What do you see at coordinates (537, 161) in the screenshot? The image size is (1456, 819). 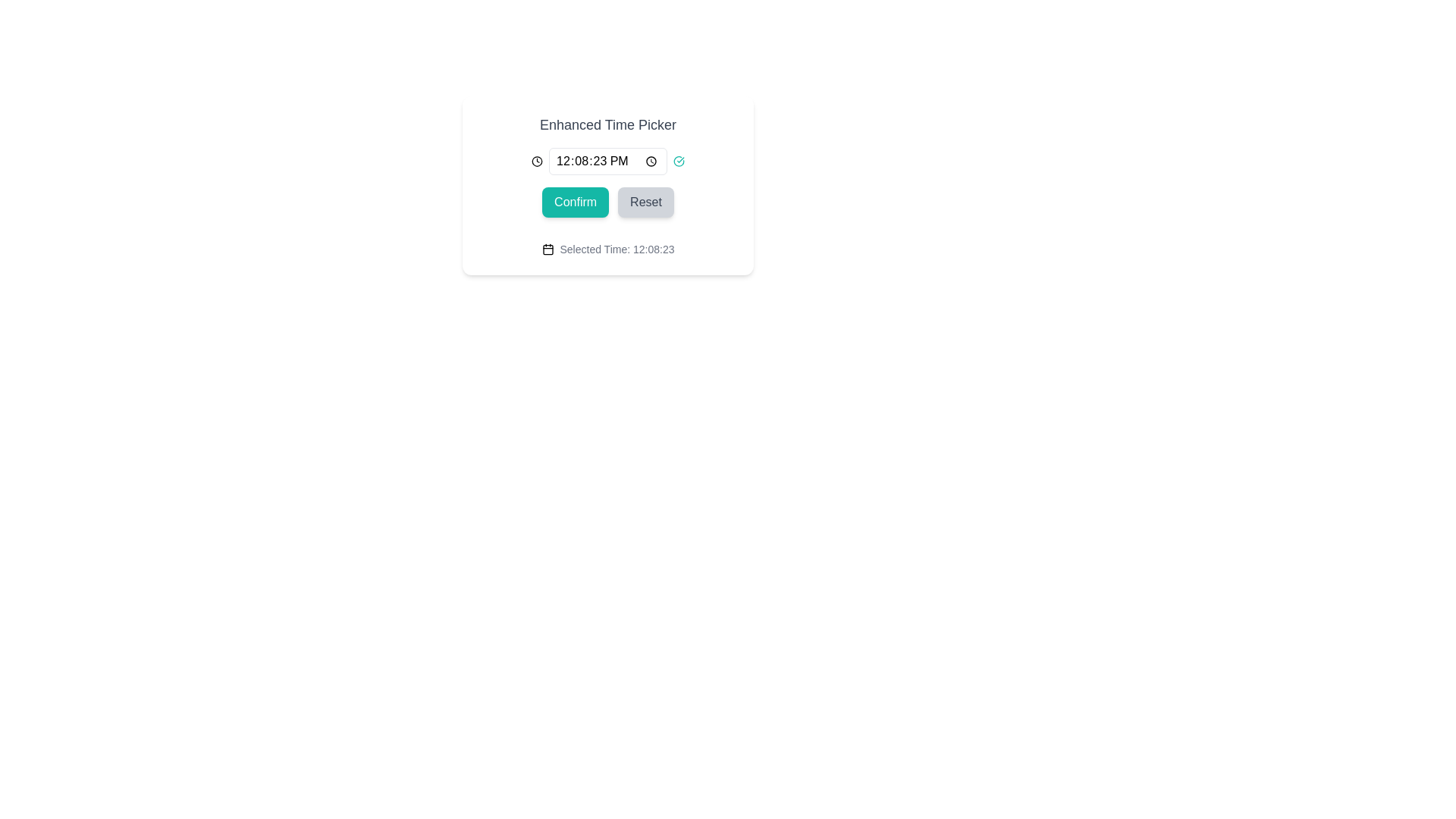 I see `outer circular outline of the clock icon, which is part of a vector image representation, for debugging purposes` at bounding box center [537, 161].